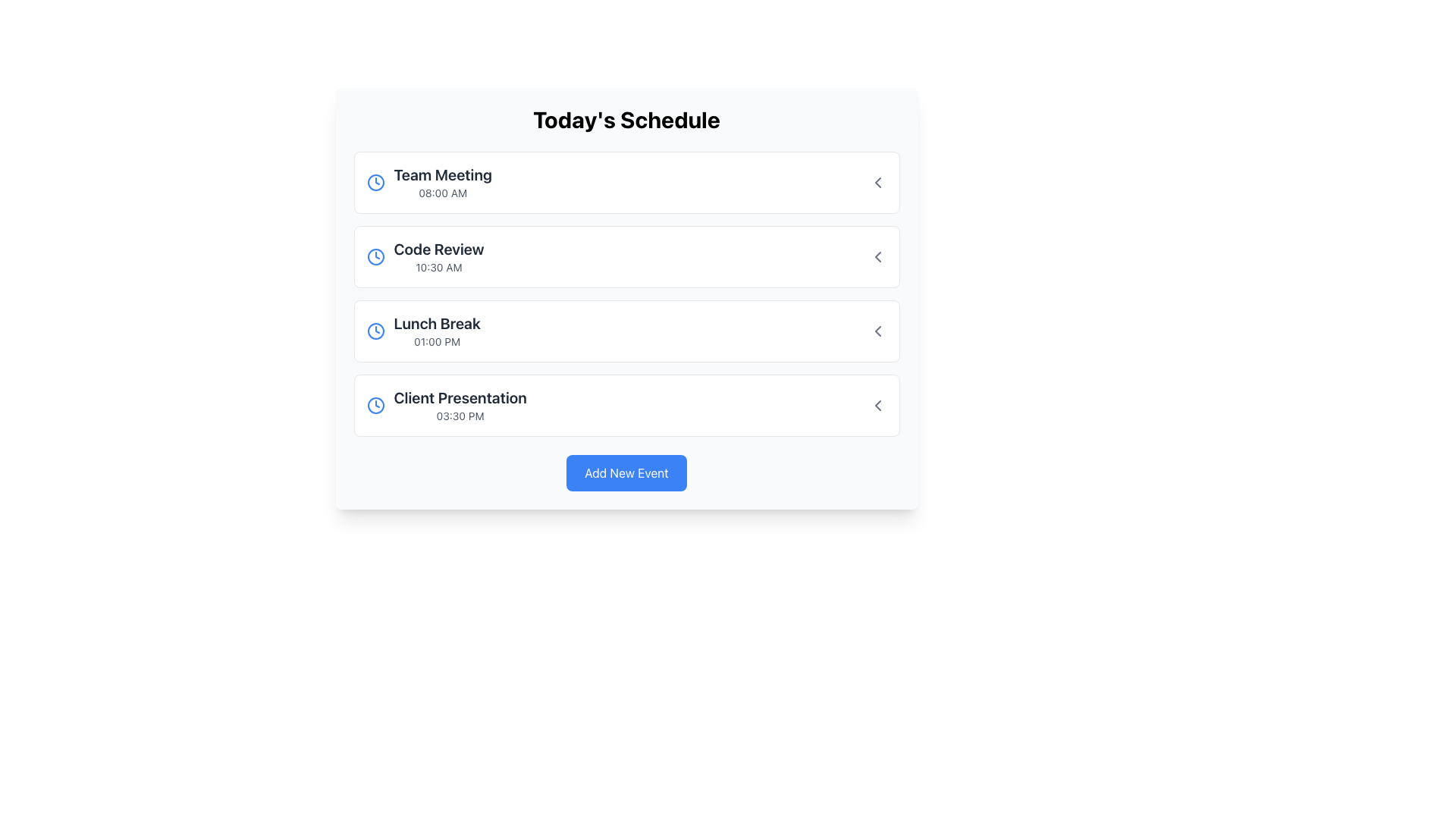  What do you see at coordinates (375, 181) in the screenshot?
I see `the small circular clock icon with blue outlines and a white background, located to the left of 'Team Meeting' and '08:00 AM' in the schedule list` at bounding box center [375, 181].